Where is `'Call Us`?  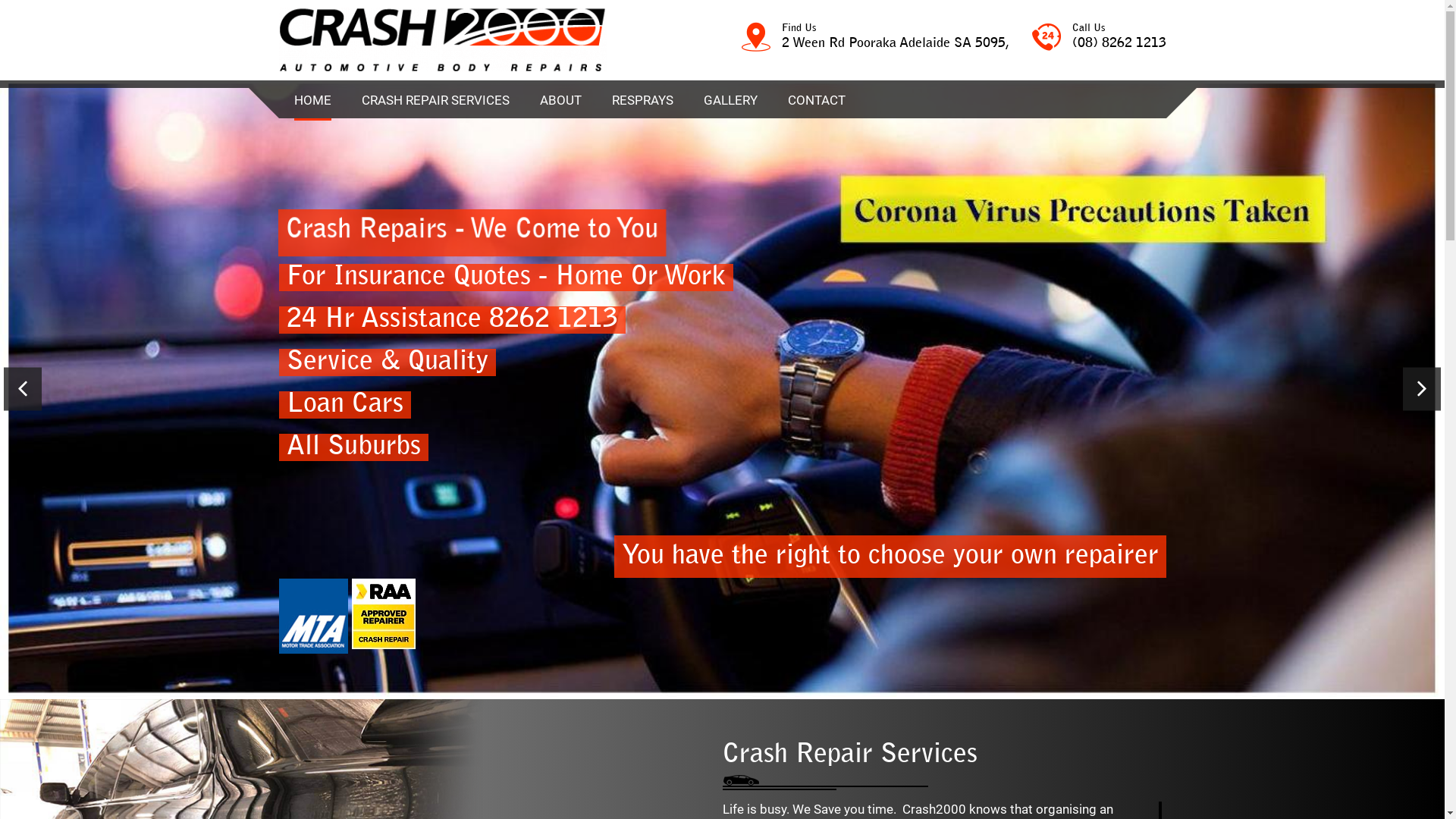 'Call Us is located at coordinates (1031, 37).